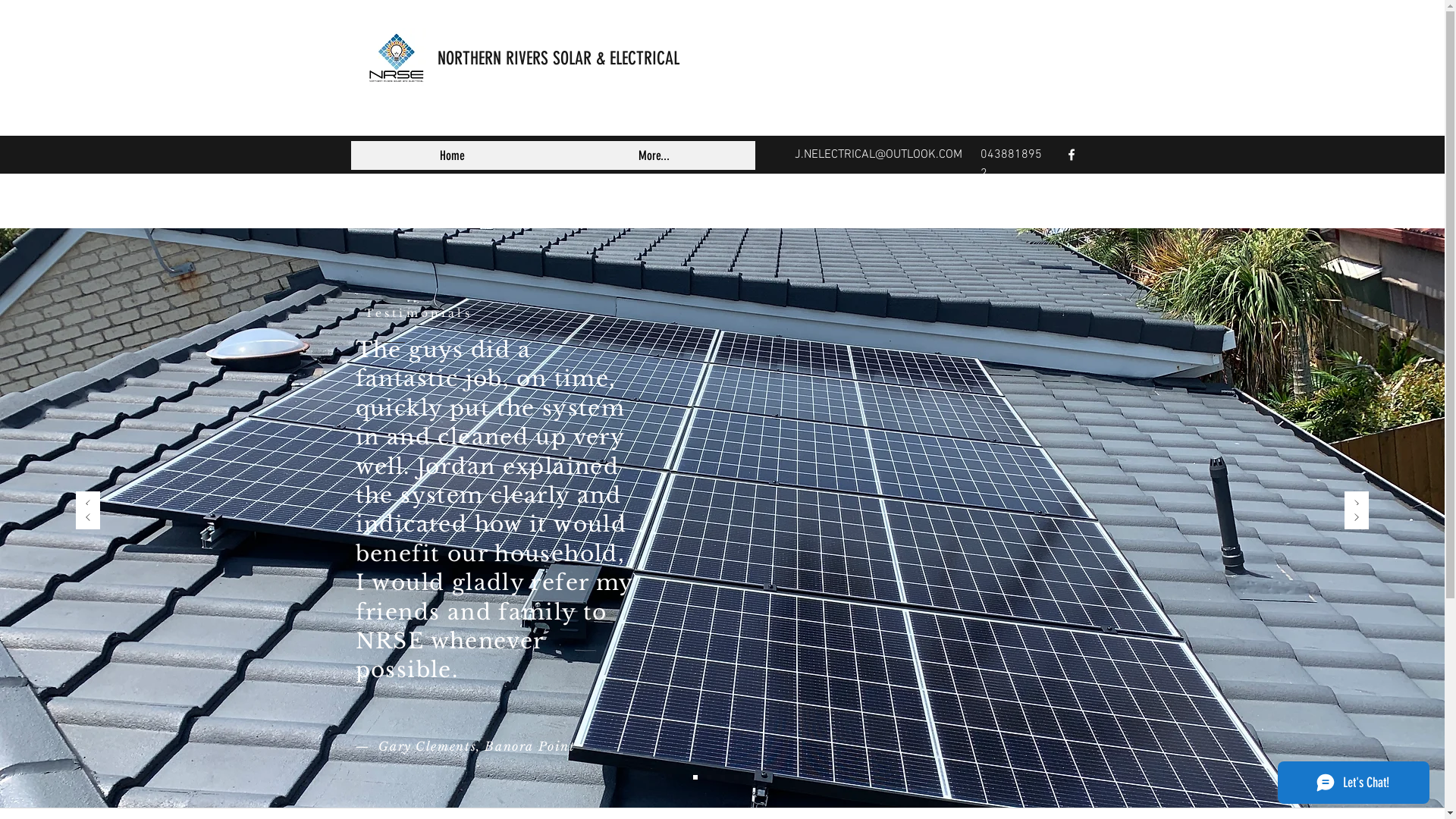 The height and width of the screenshot is (819, 1456). I want to click on 'Home', so click(450, 155).